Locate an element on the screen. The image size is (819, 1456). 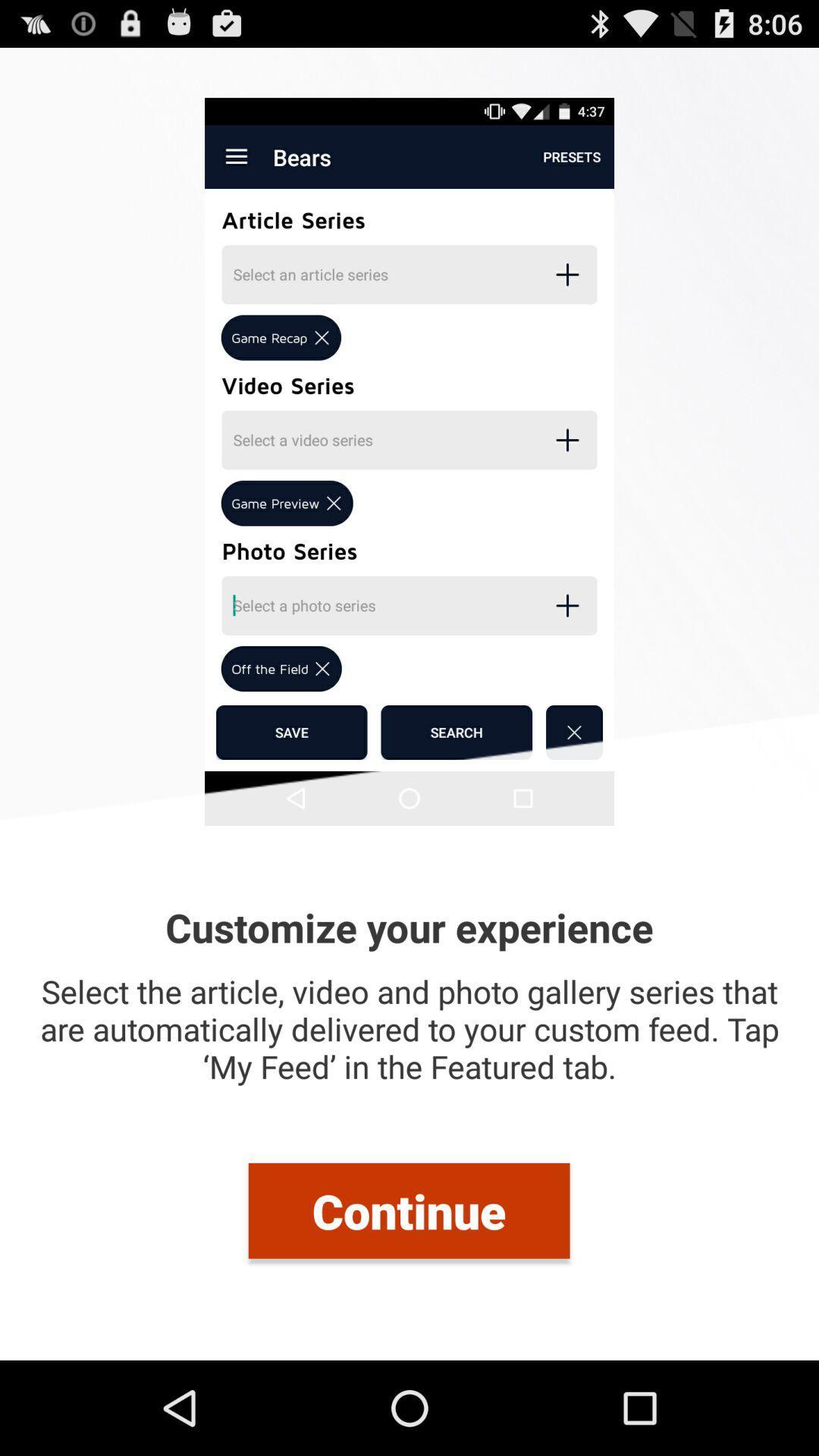
the item below select the article icon is located at coordinates (408, 1210).